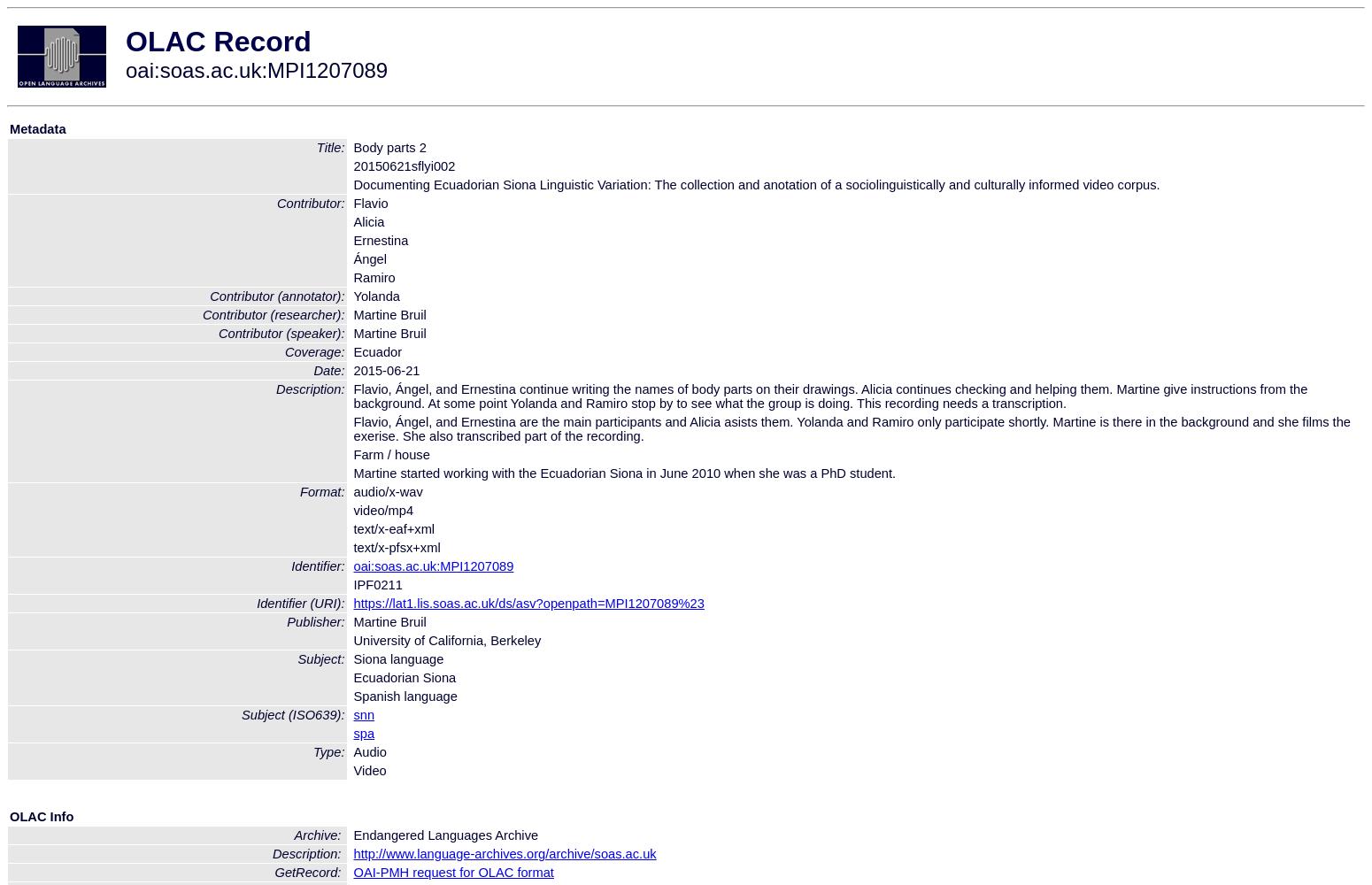  What do you see at coordinates (285, 621) in the screenshot?
I see `'Publisher:'` at bounding box center [285, 621].